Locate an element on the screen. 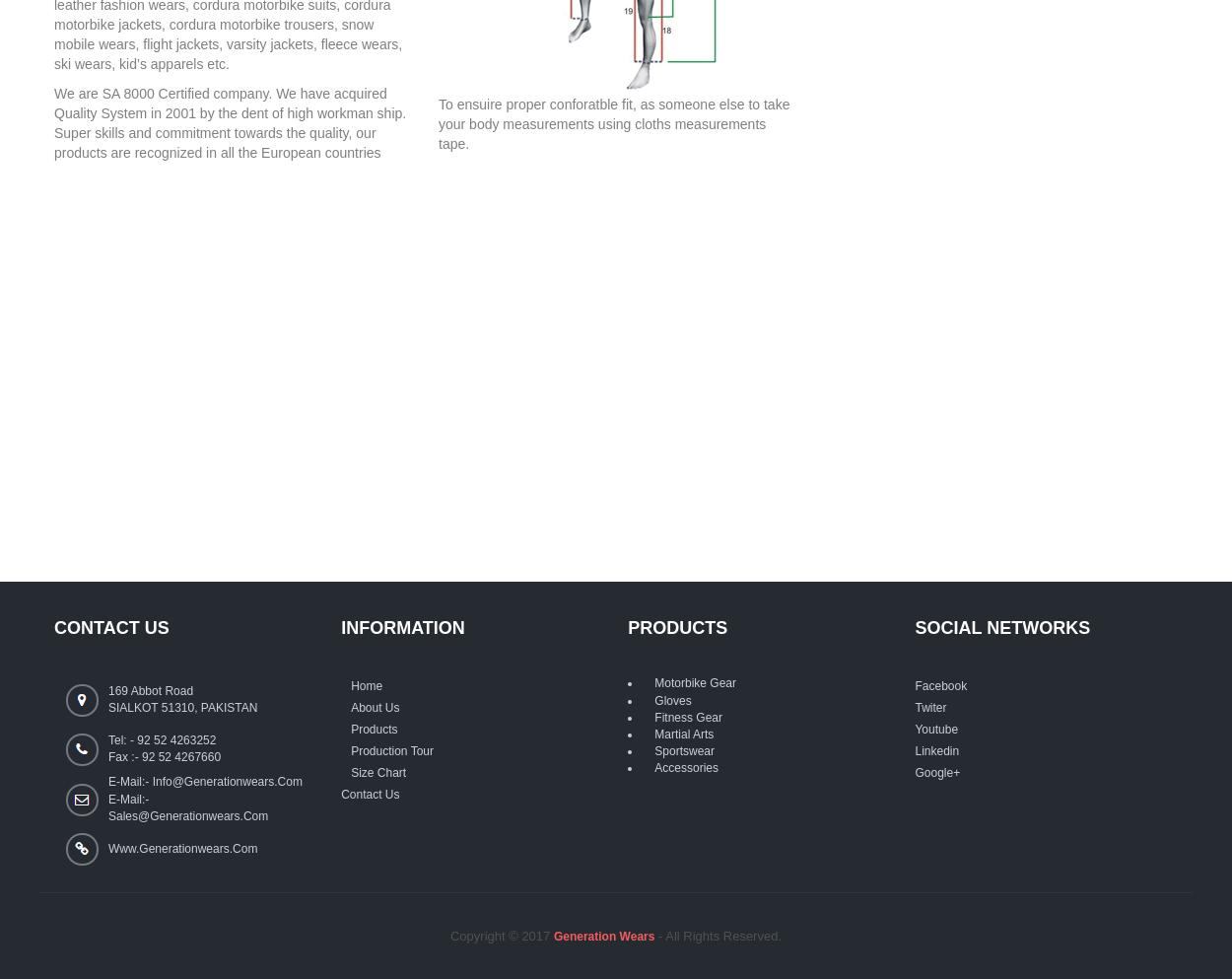 This screenshot has height=979, width=1232. 'To ensuire proper conforatble fit, as someone else to take your body measurements using cloths measurements tape.' is located at coordinates (613, 123).